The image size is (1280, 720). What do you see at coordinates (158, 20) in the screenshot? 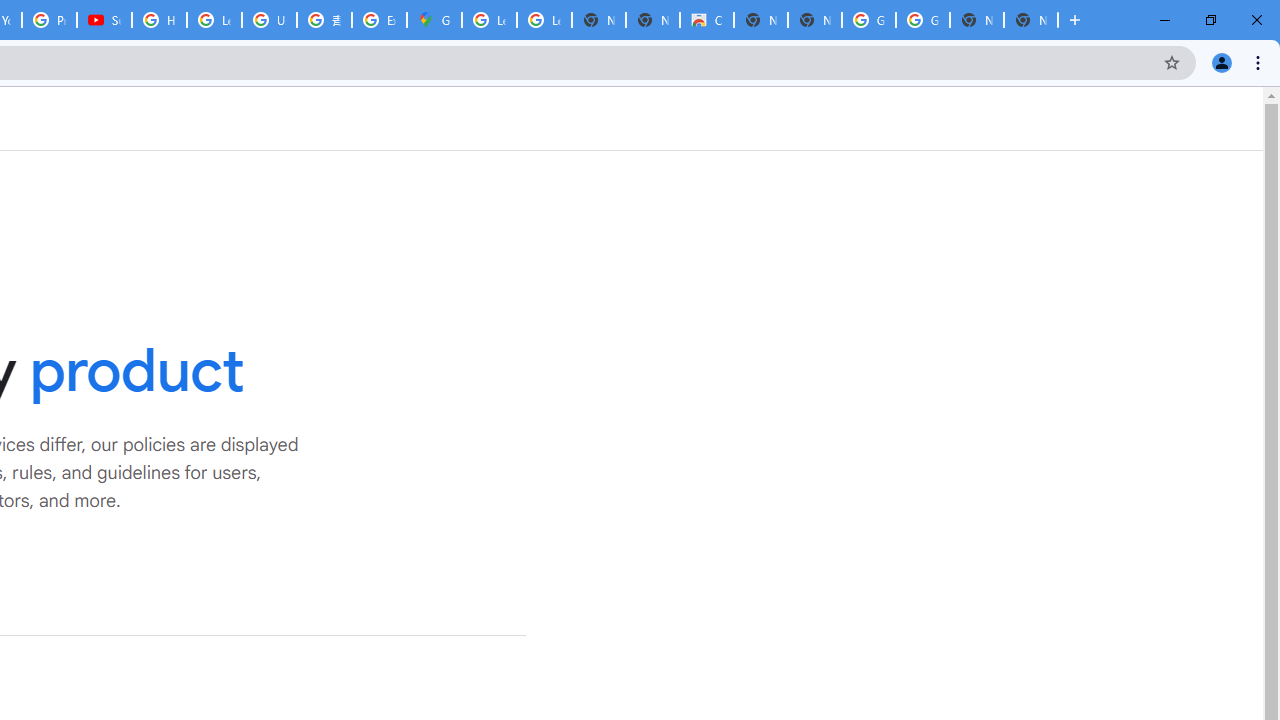
I see `'How Chrome protects your passwords - Google Chrome Help'` at bounding box center [158, 20].